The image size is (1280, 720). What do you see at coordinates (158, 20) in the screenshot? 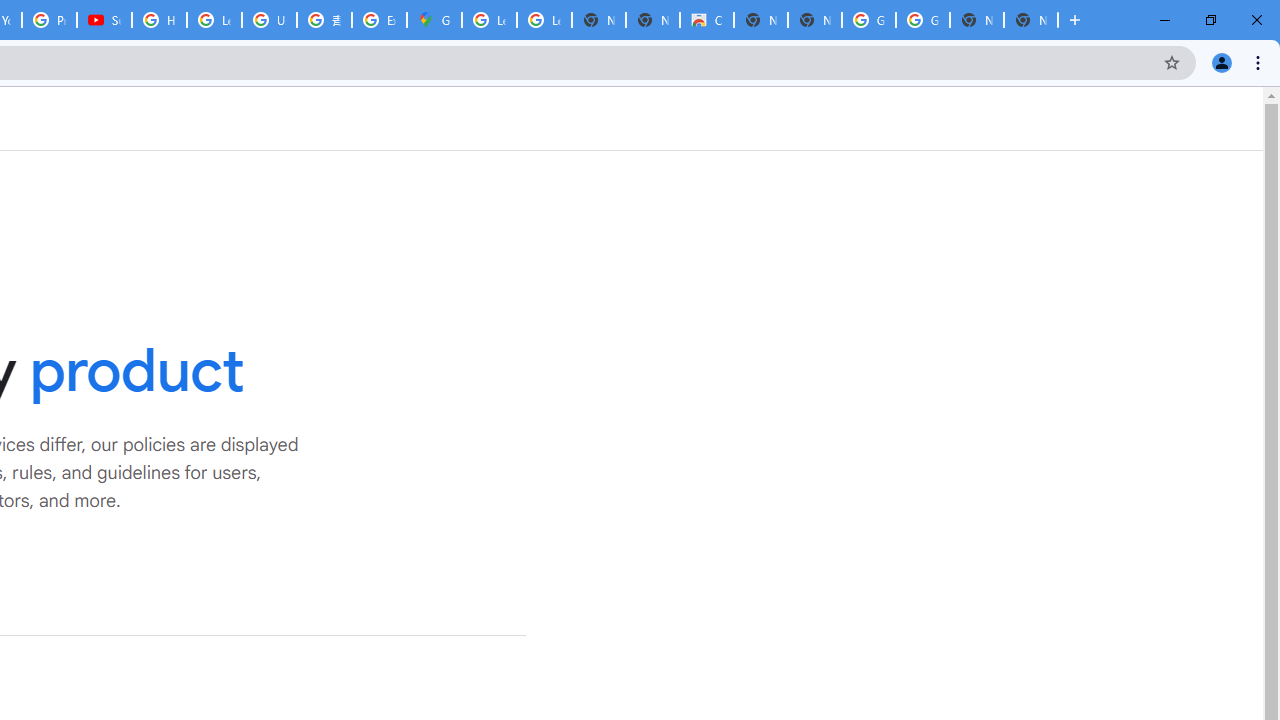
I see `'How Chrome protects your passwords - Google Chrome Help'` at bounding box center [158, 20].